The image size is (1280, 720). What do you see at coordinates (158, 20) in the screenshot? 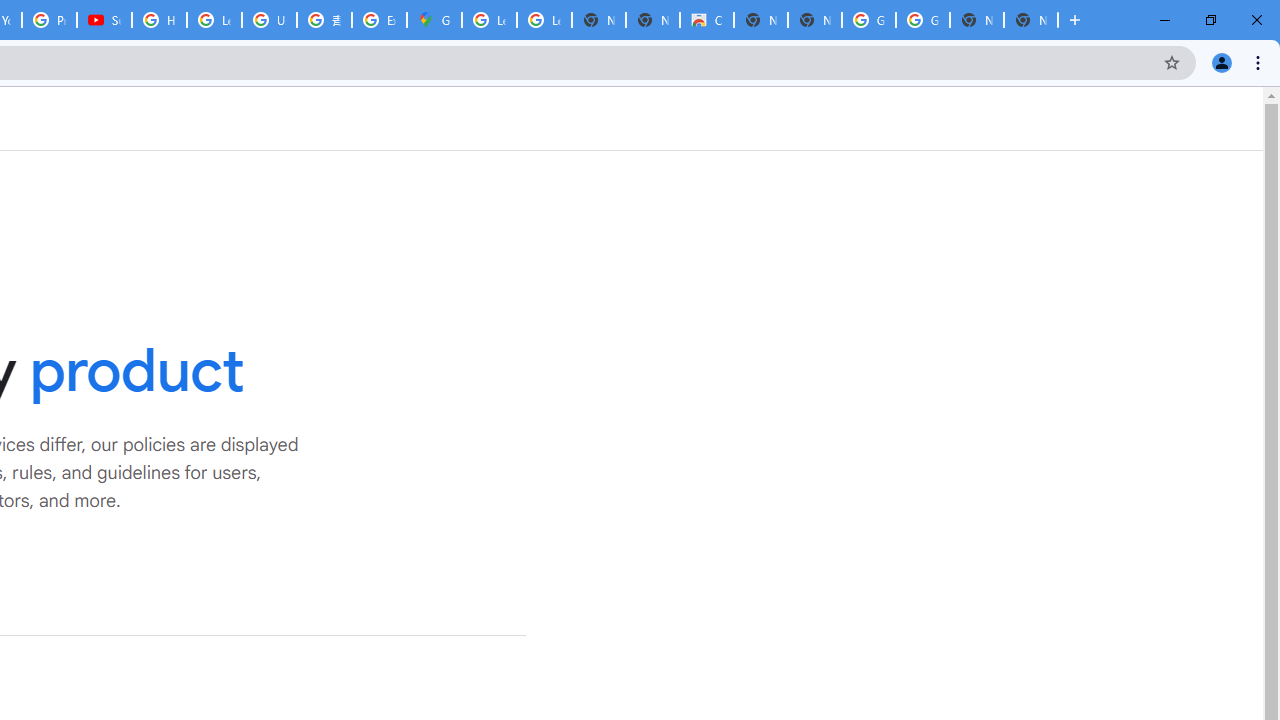
I see `'How Chrome protects your passwords - Google Chrome Help'` at bounding box center [158, 20].